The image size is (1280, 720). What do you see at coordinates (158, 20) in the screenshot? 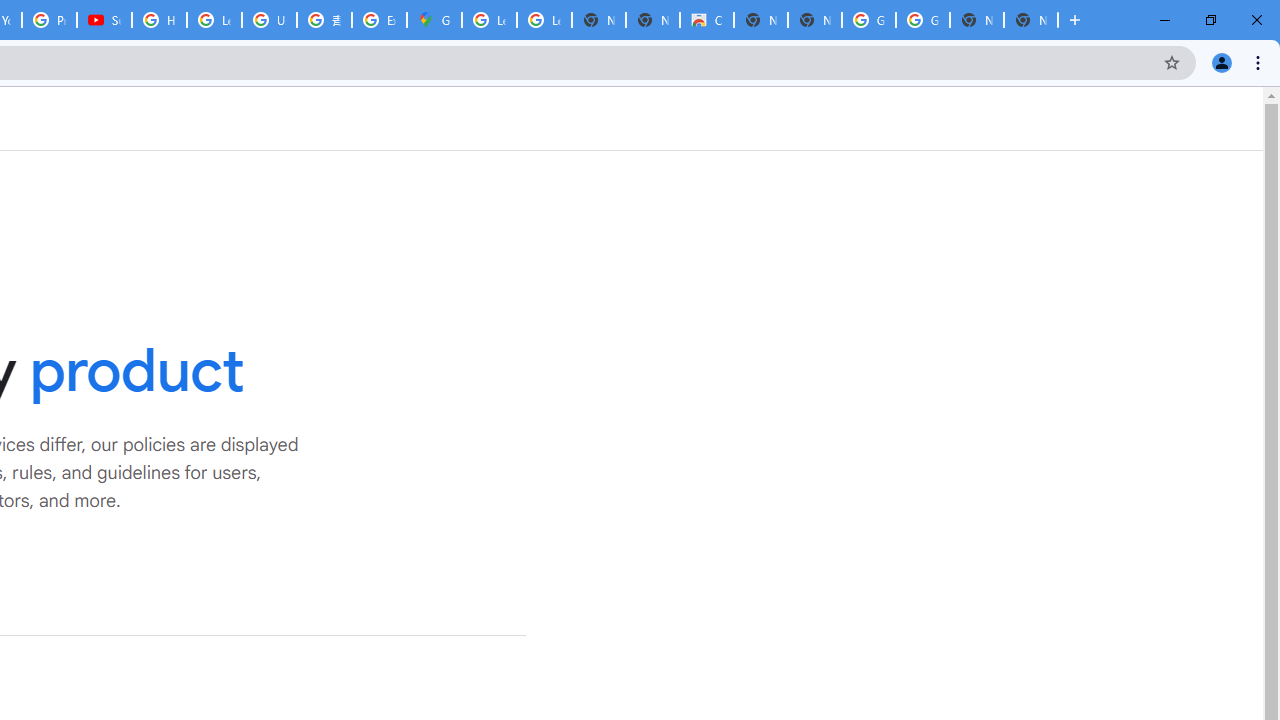
I see `'How Chrome protects your passwords - Google Chrome Help'` at bounding box center [158, 20].